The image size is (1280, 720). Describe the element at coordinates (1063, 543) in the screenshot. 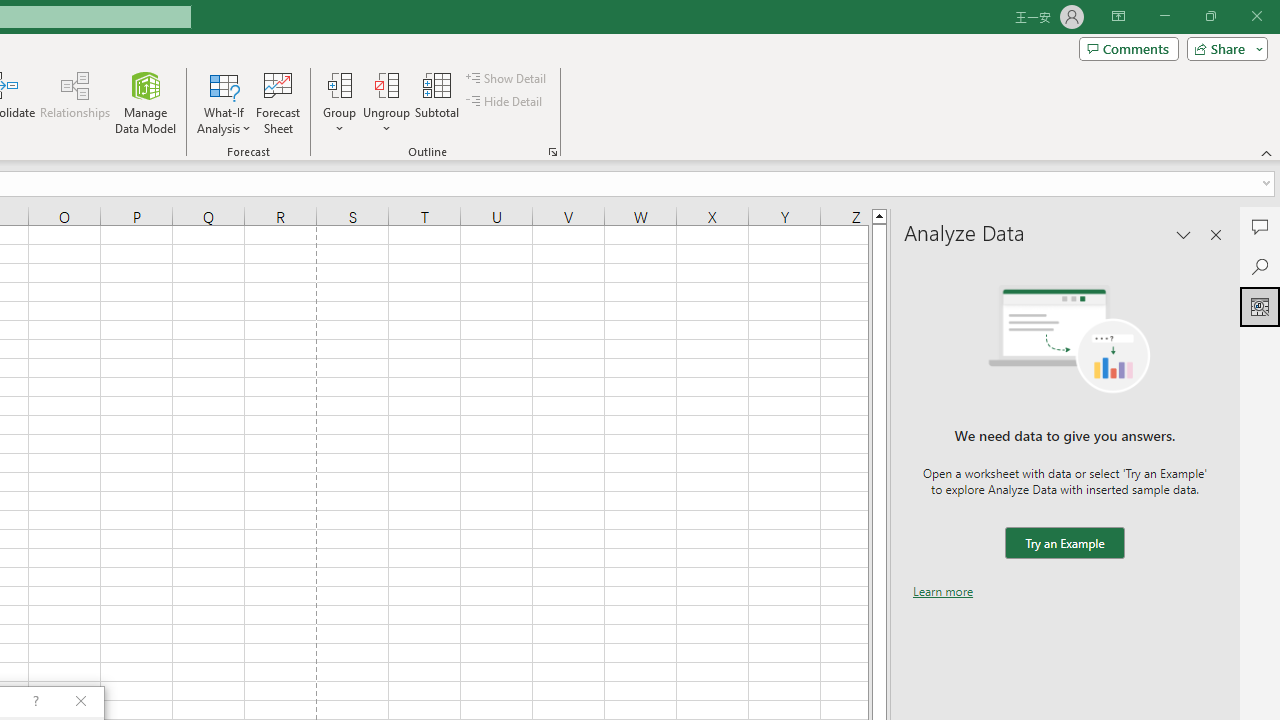

I see `'We need data to give you answers. Try an Example'` at that location.